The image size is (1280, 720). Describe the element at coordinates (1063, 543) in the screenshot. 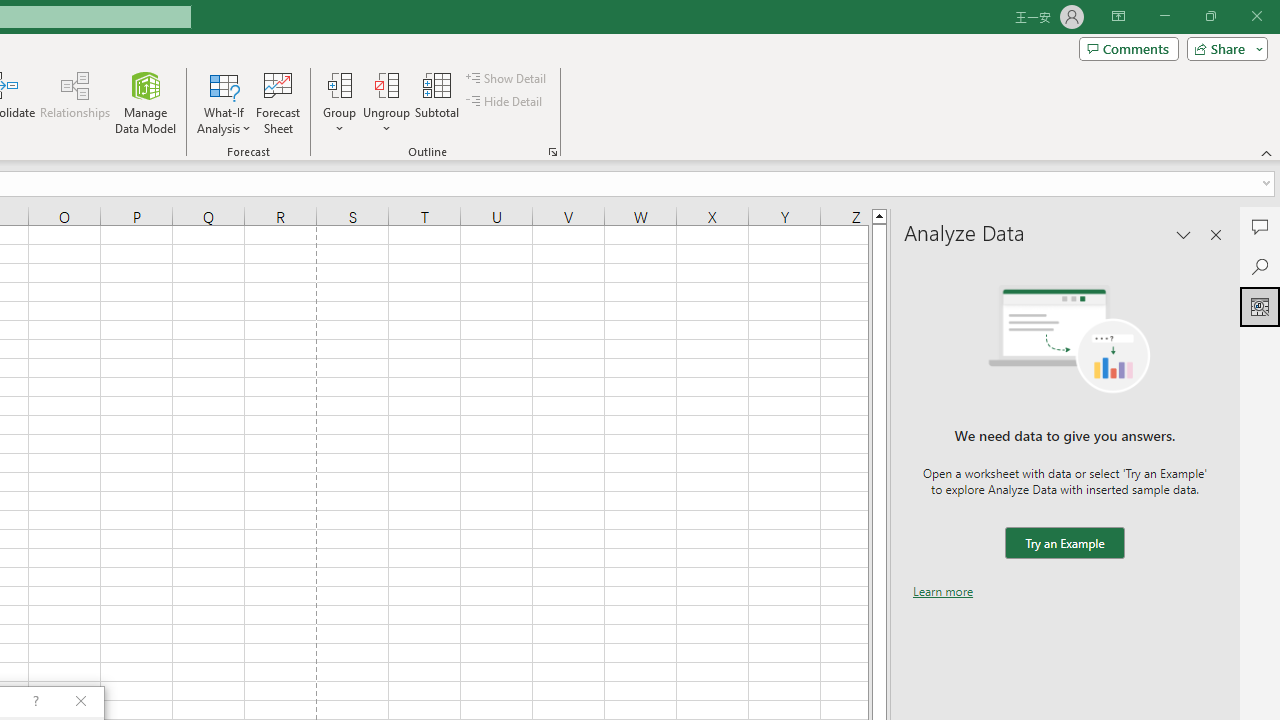

I see `'We need data to give you answers. Try an Example'` at that location.